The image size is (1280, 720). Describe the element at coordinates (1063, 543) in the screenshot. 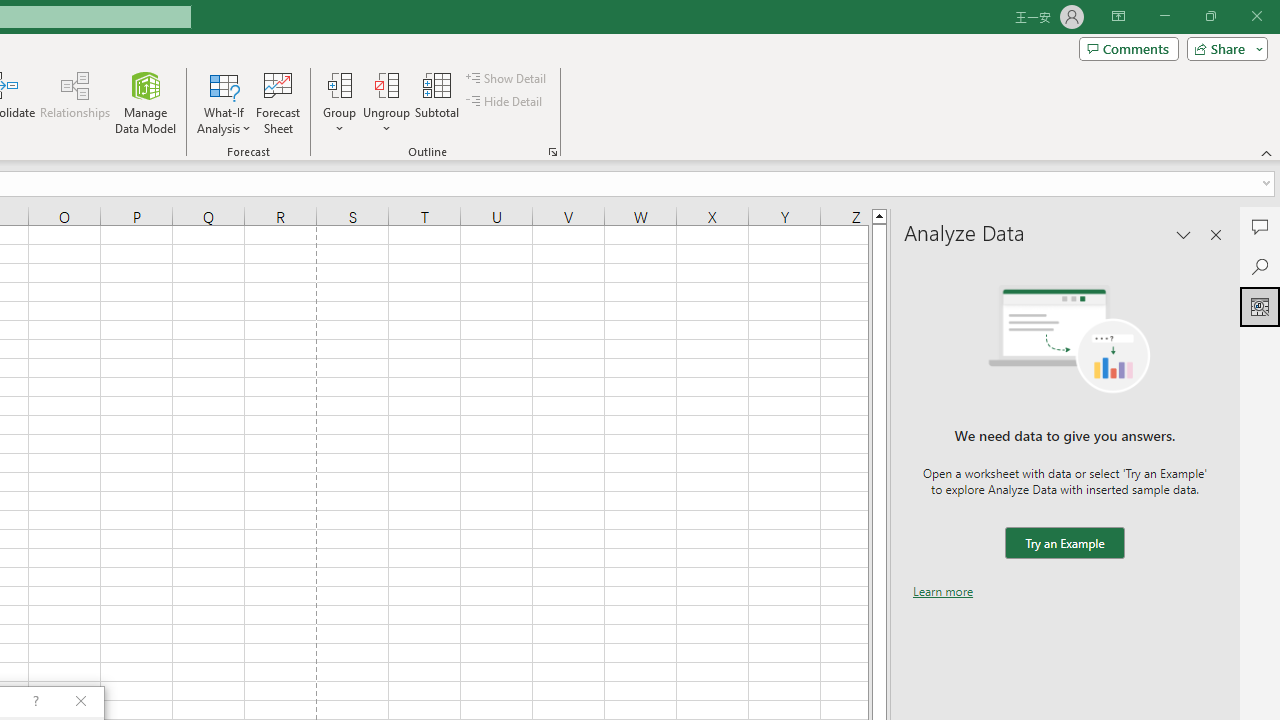

I see `'We need data to give you answers. Try an Example'` at that location.